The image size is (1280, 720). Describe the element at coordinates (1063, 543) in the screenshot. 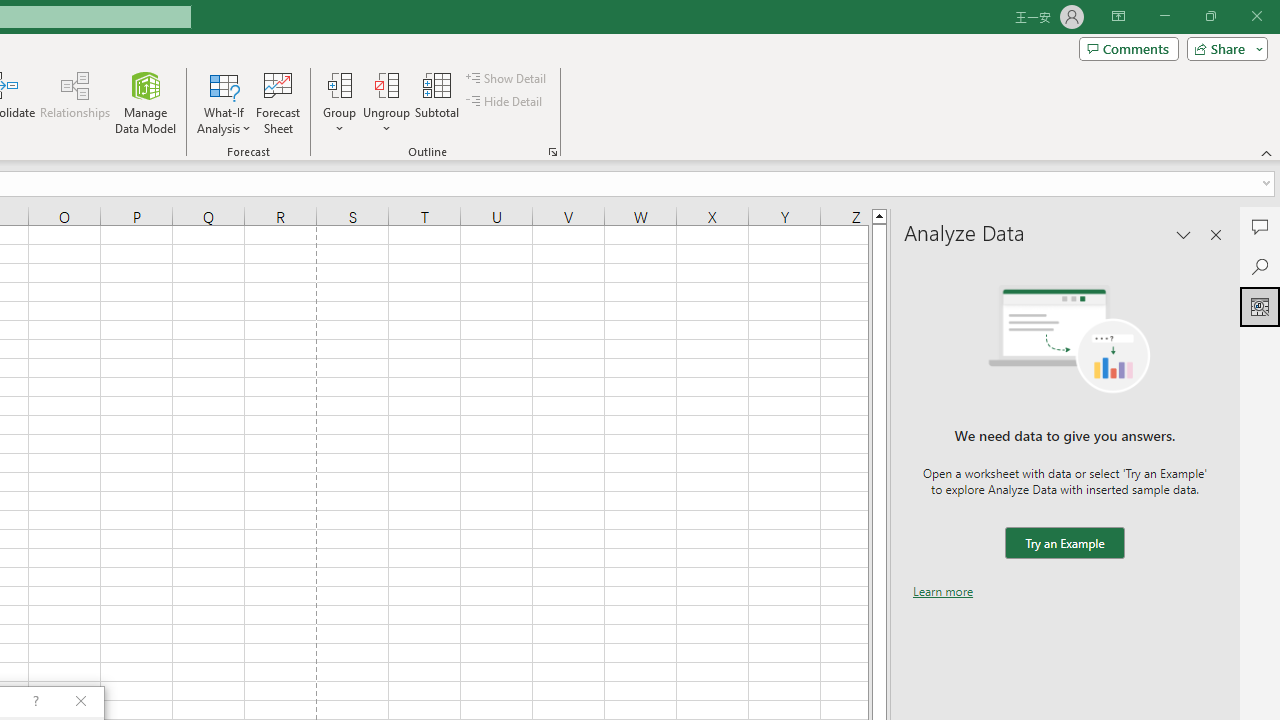

I see `'We need data to give you answers. Try an Example'` at that location.